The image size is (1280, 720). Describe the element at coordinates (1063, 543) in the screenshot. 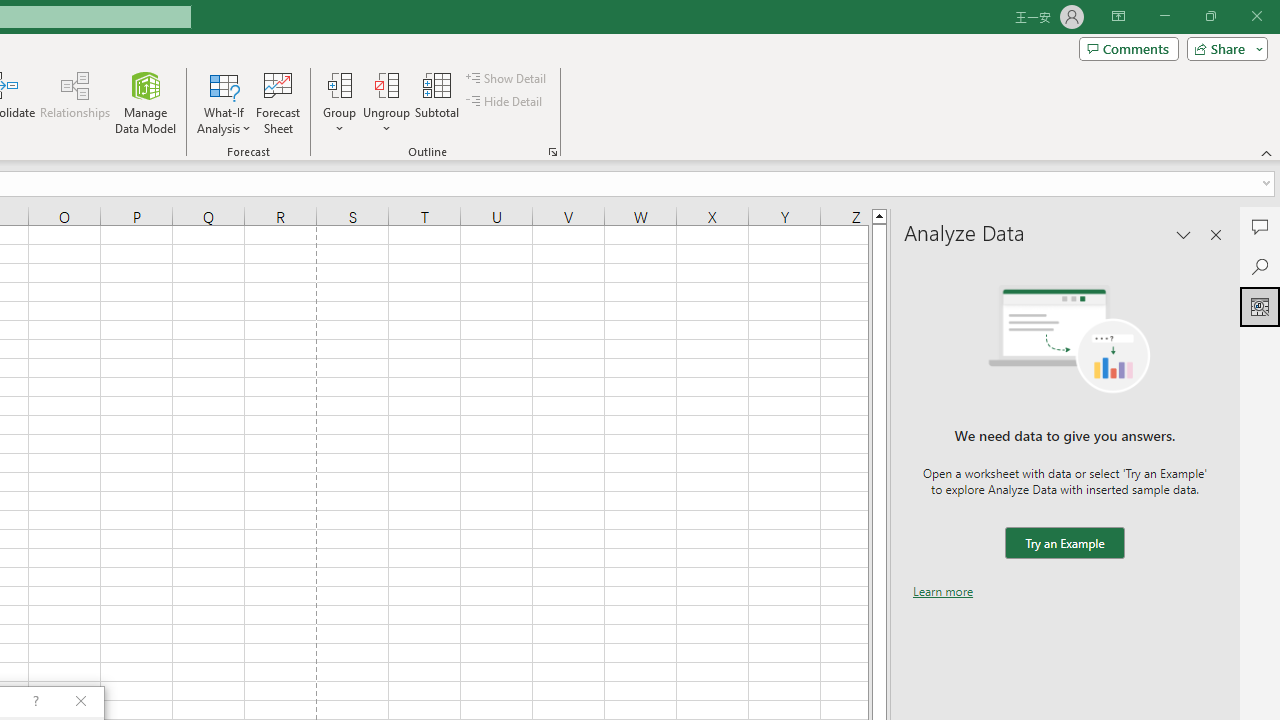

I see `'We need data to give you answers. Try an Example'` at that location.